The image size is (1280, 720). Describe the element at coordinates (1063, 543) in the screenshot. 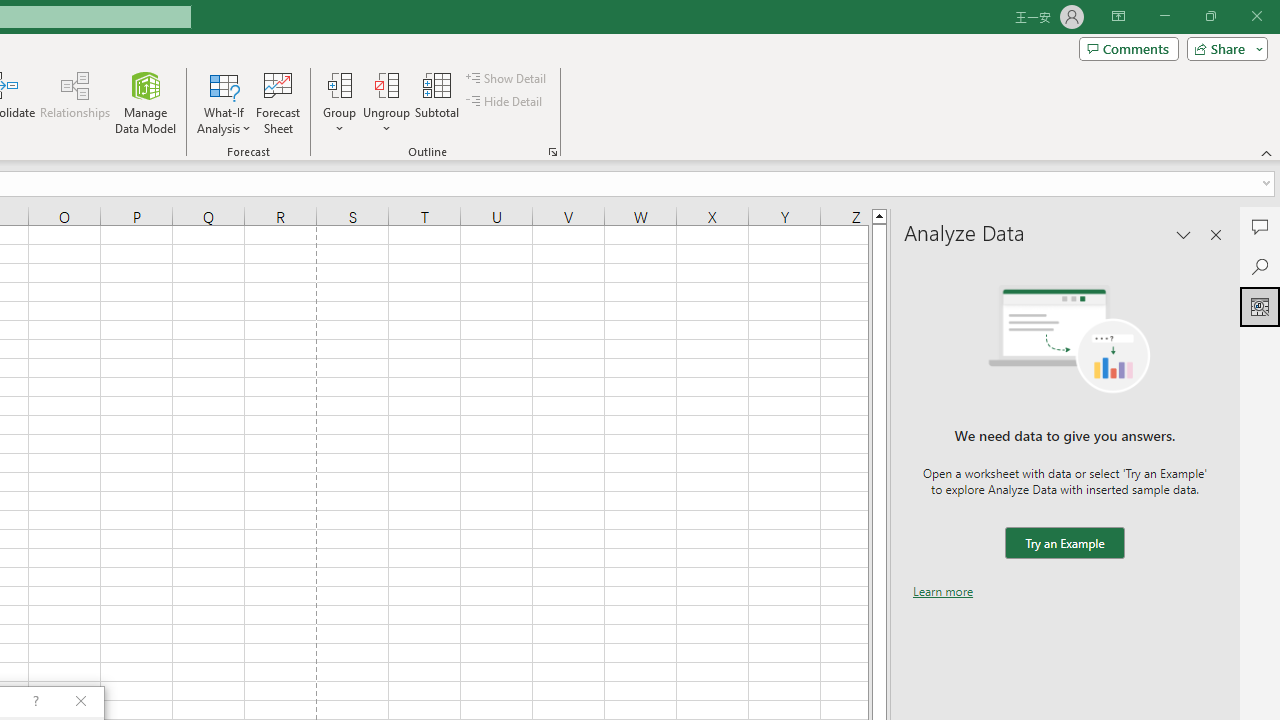

I see `'We need data to give you answers. Try an Example'` at that location.